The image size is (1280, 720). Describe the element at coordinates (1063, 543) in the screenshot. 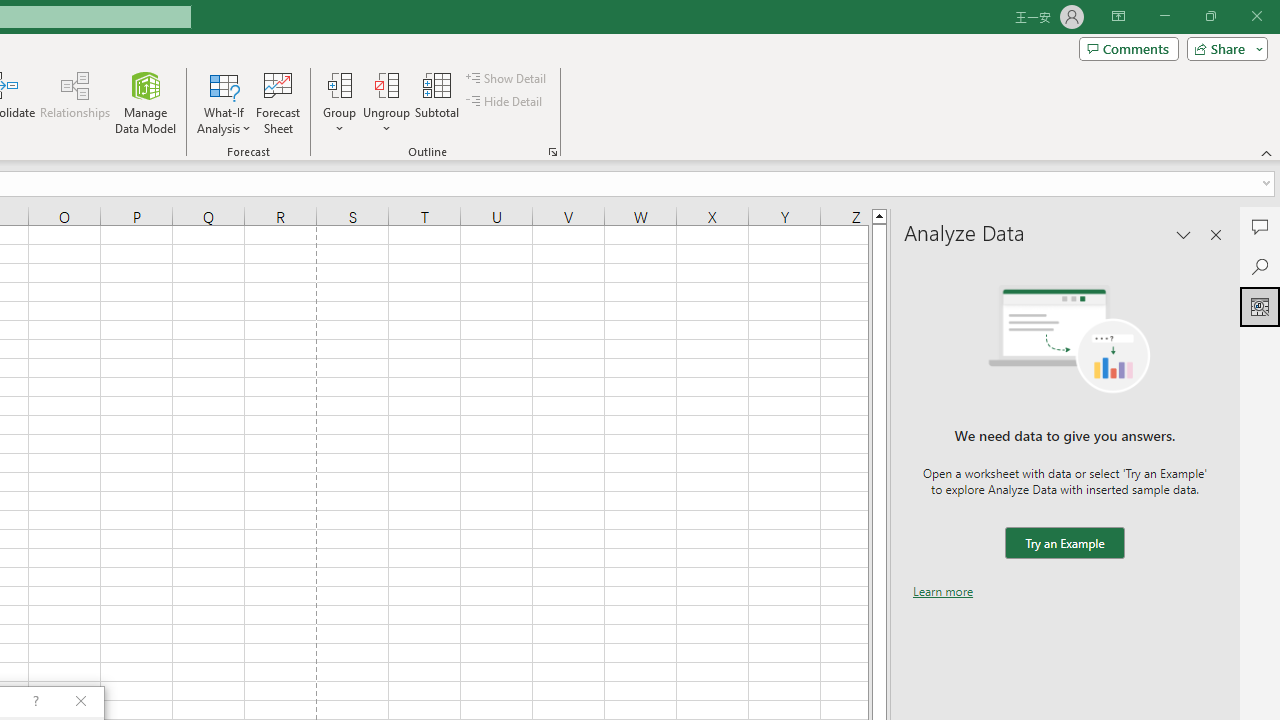

I see `'We need data to give you answers. Try an Example'` at that location.